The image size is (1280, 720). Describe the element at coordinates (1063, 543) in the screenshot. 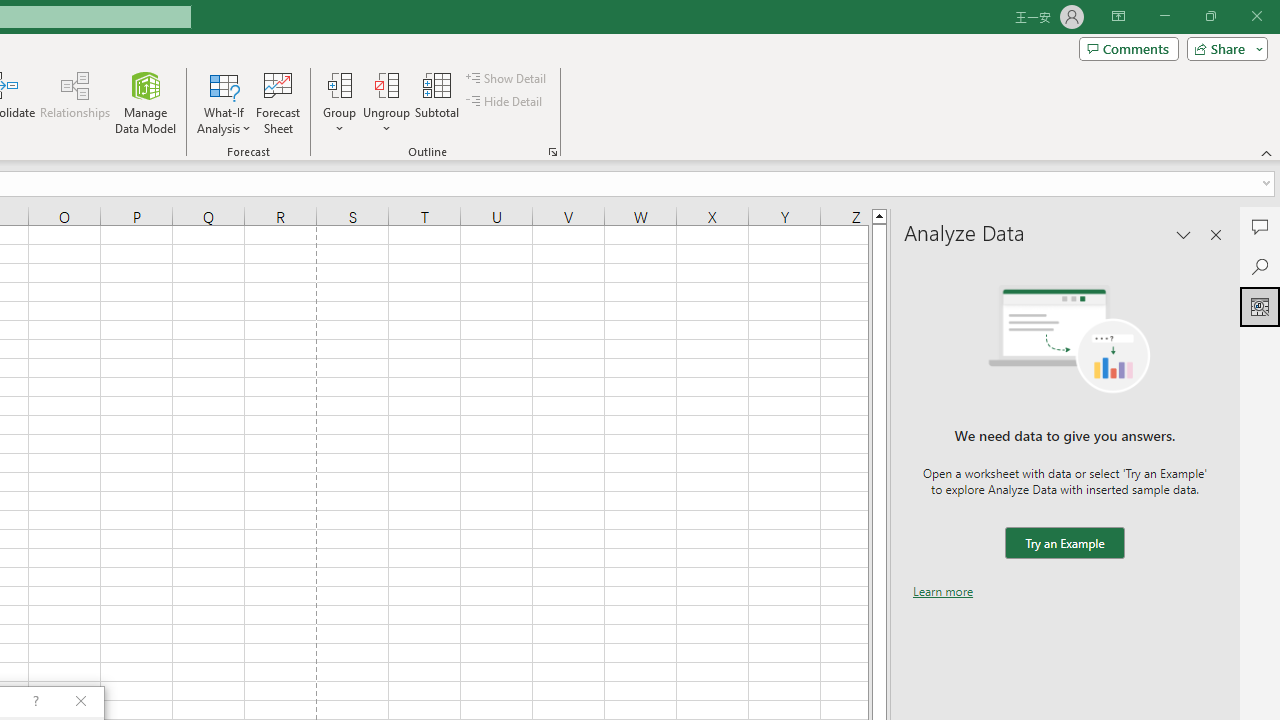

I see `'We need data to give you answers. Try an Example'` at that location.